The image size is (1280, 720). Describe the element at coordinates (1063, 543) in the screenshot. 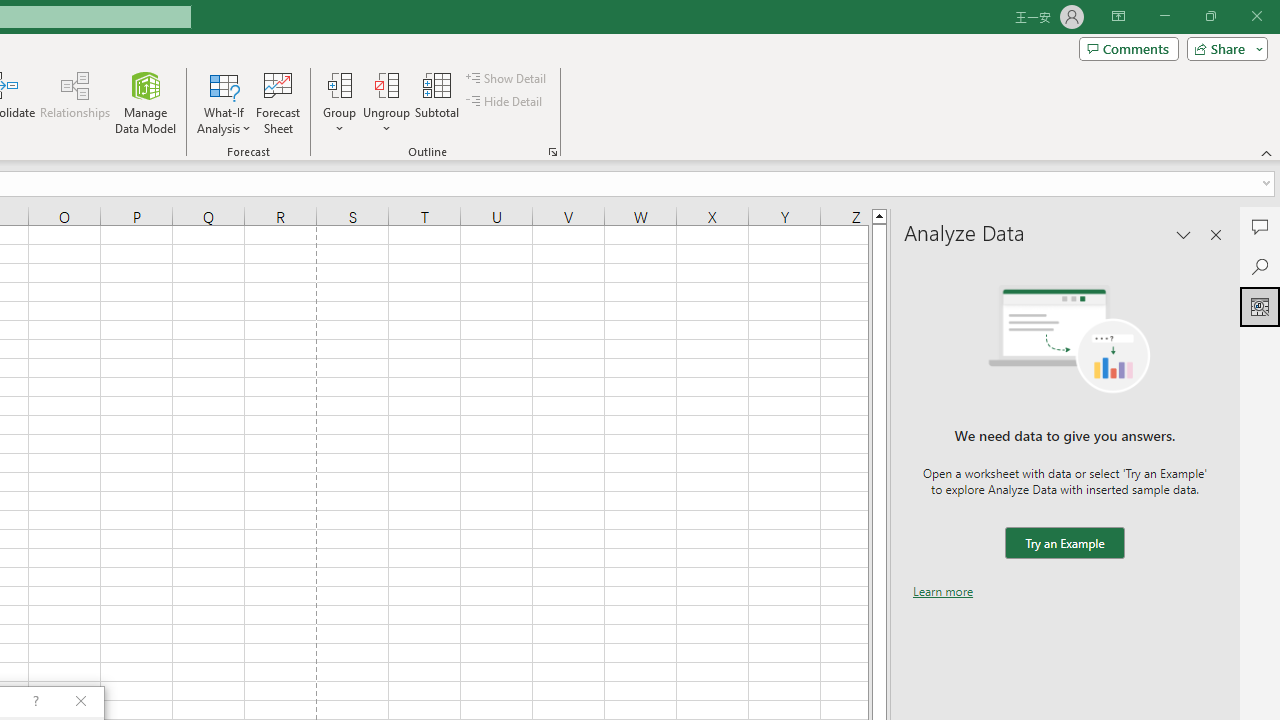

I see `'We need data to give you answers. Try an Example'` at that location.